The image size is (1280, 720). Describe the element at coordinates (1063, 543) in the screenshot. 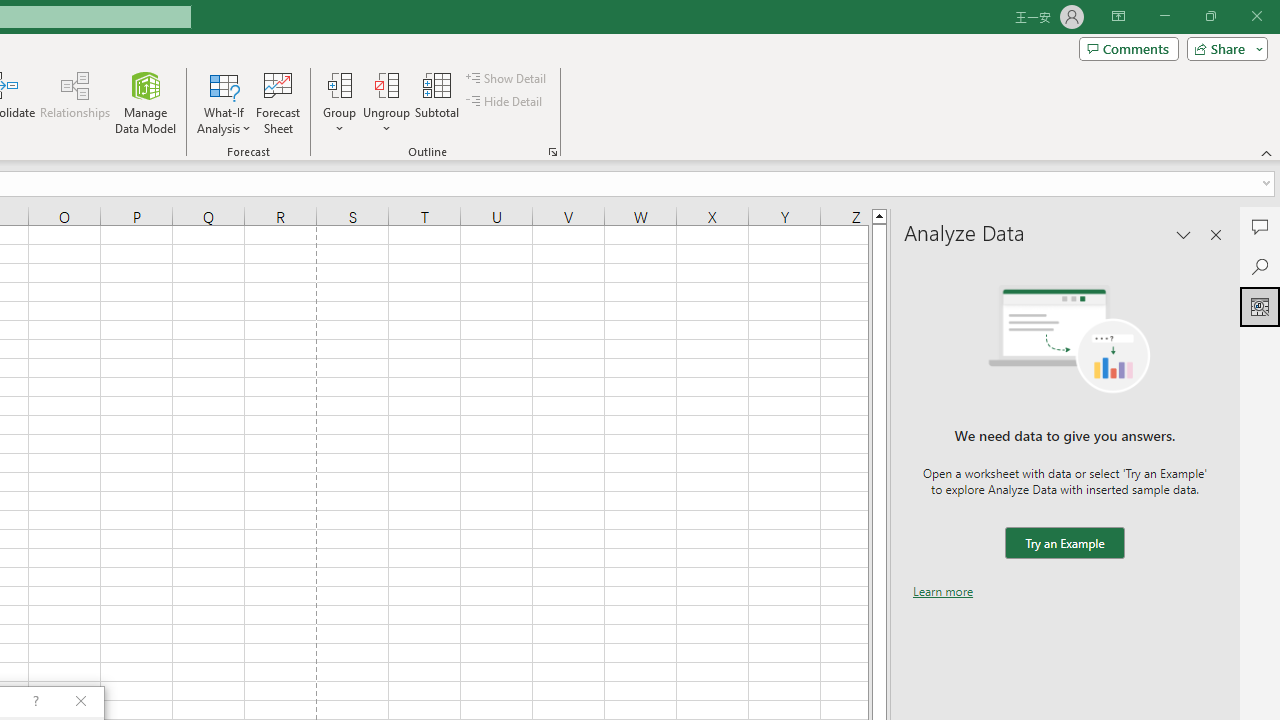

I see `'We need data to give you answers. Try an Example'` at that location.